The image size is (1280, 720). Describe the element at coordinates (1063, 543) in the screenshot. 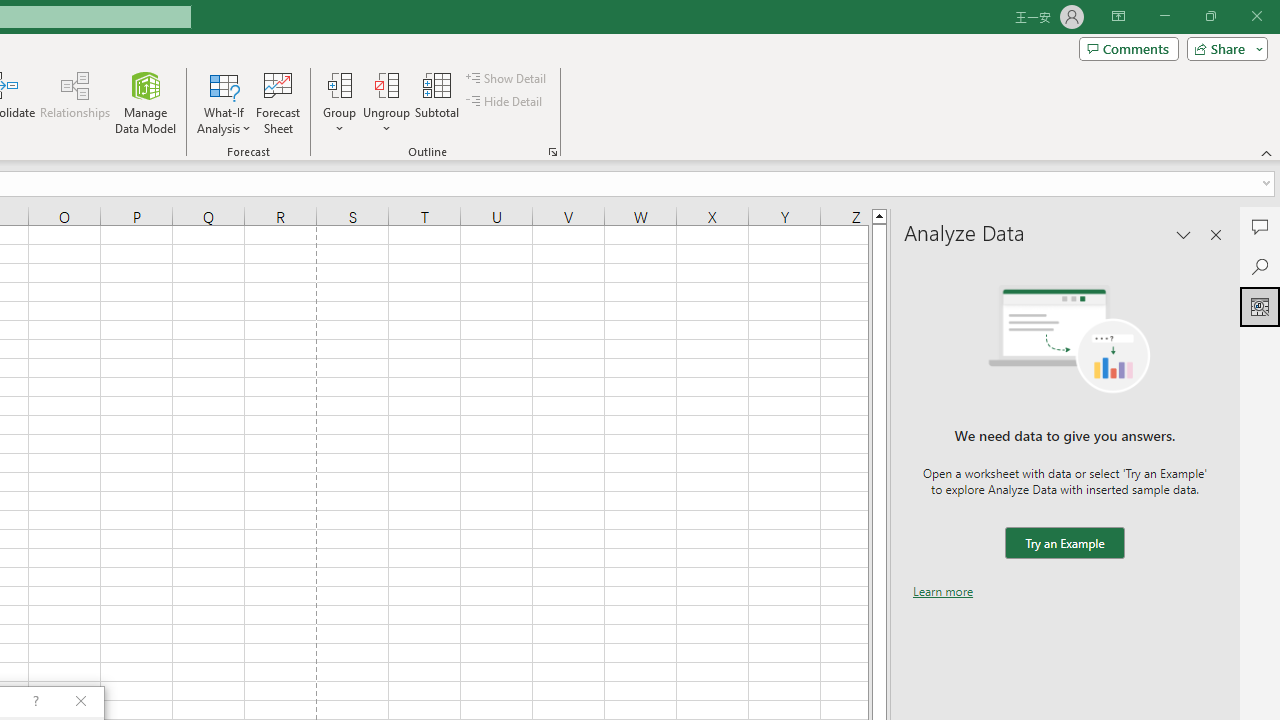

I see `'We need data to give you answers. Try an Example'` at that location.